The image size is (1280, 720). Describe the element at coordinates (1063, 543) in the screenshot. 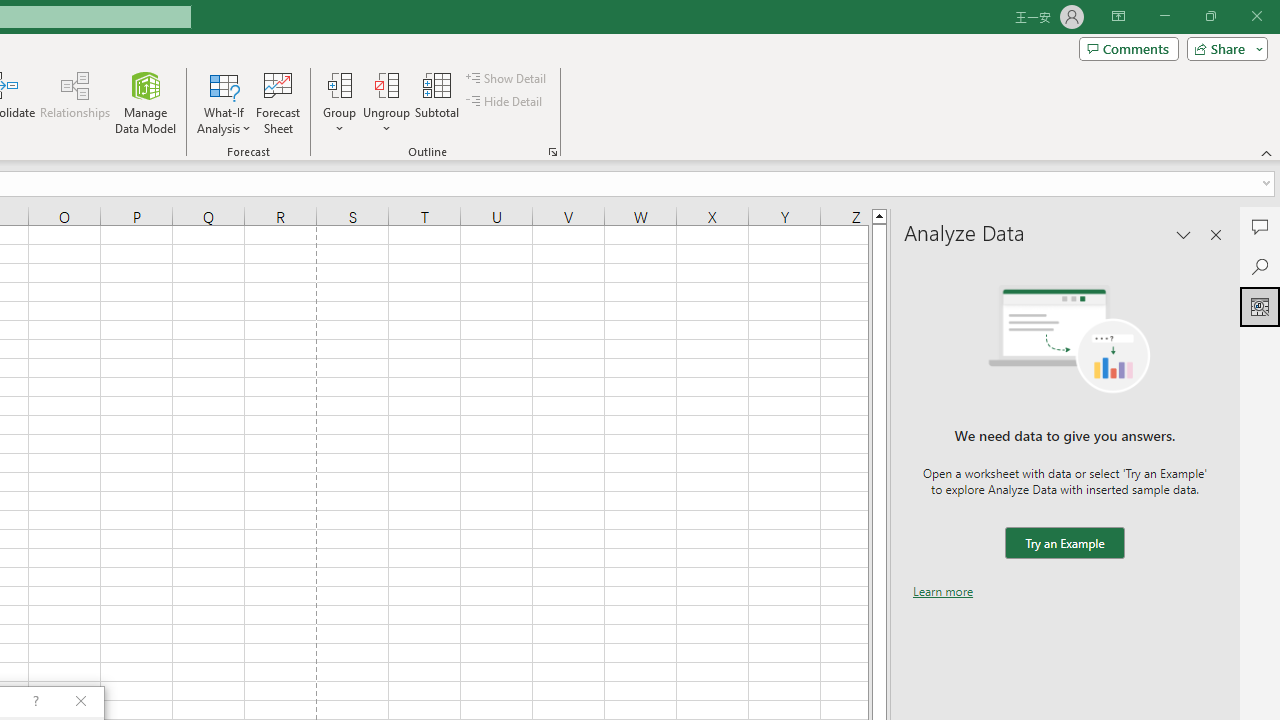

I see `'We need data to give you answers. Try an Example'` at that location.